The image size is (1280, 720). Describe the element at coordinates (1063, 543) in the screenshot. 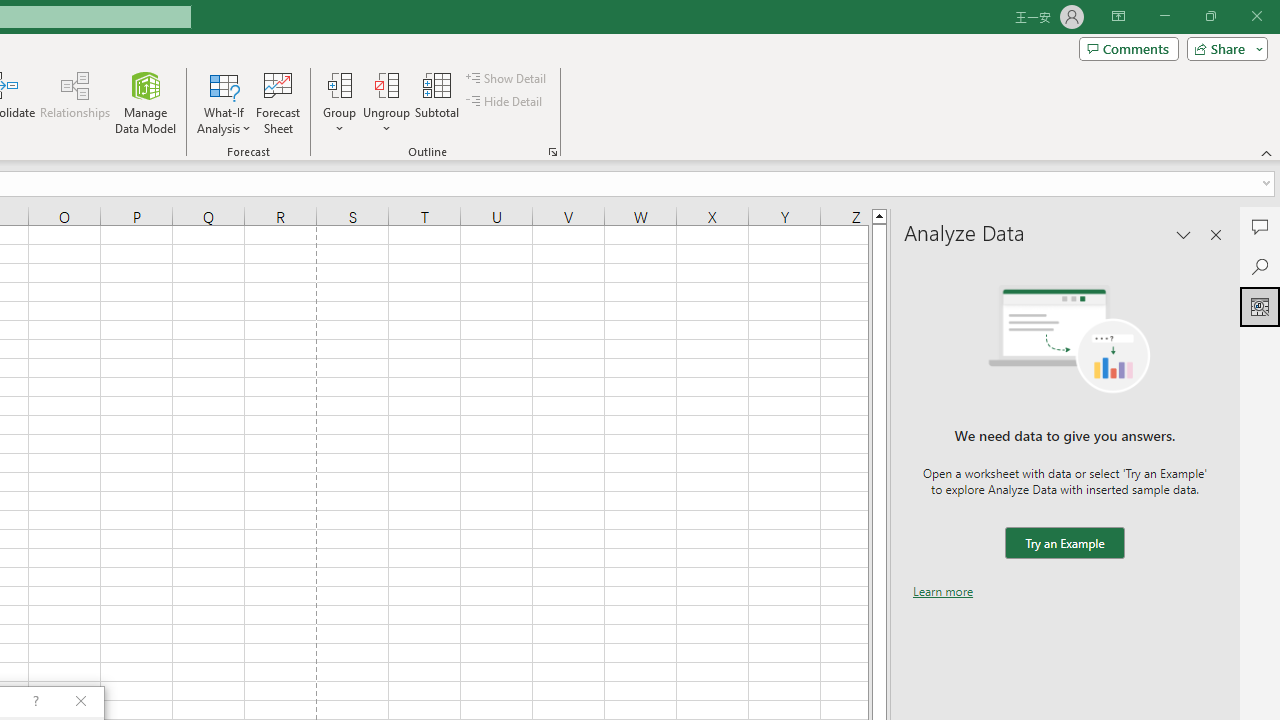

I see `'We need data to give you answers. Try an Example'` at that location.